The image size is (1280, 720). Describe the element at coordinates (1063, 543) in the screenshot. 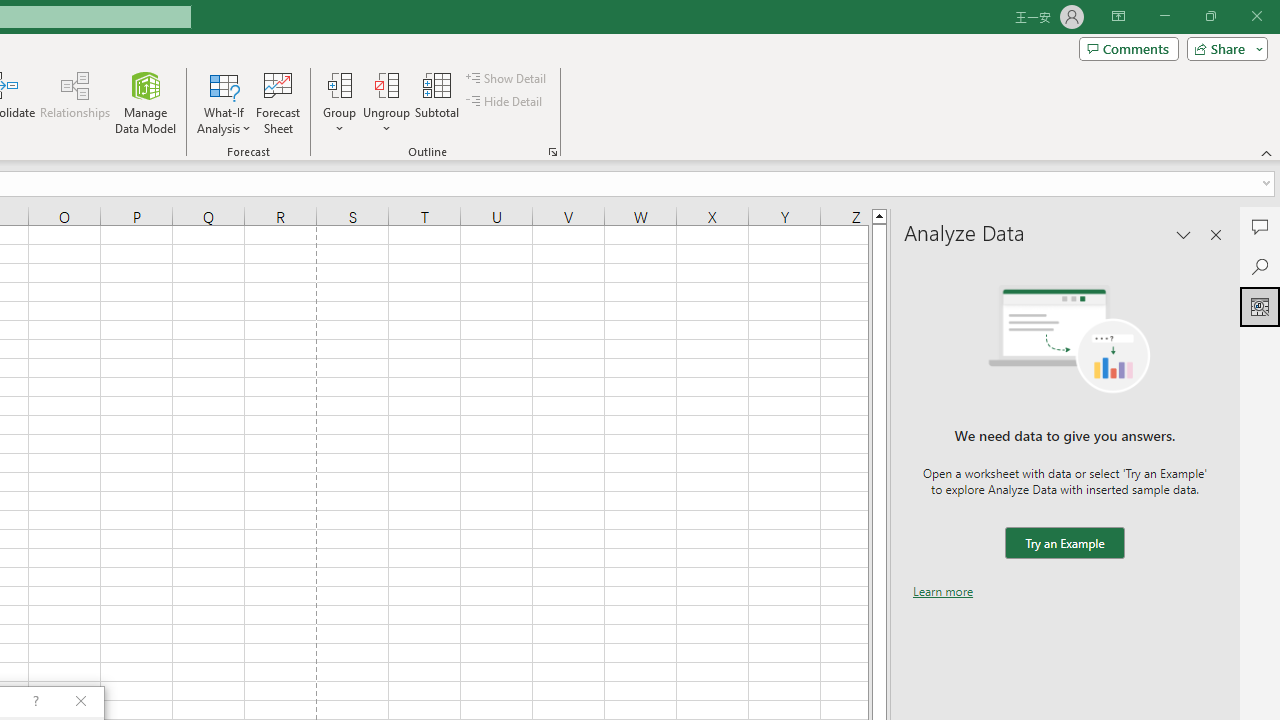

I see `'We need data to give you answers. Try an Example'` at that location.